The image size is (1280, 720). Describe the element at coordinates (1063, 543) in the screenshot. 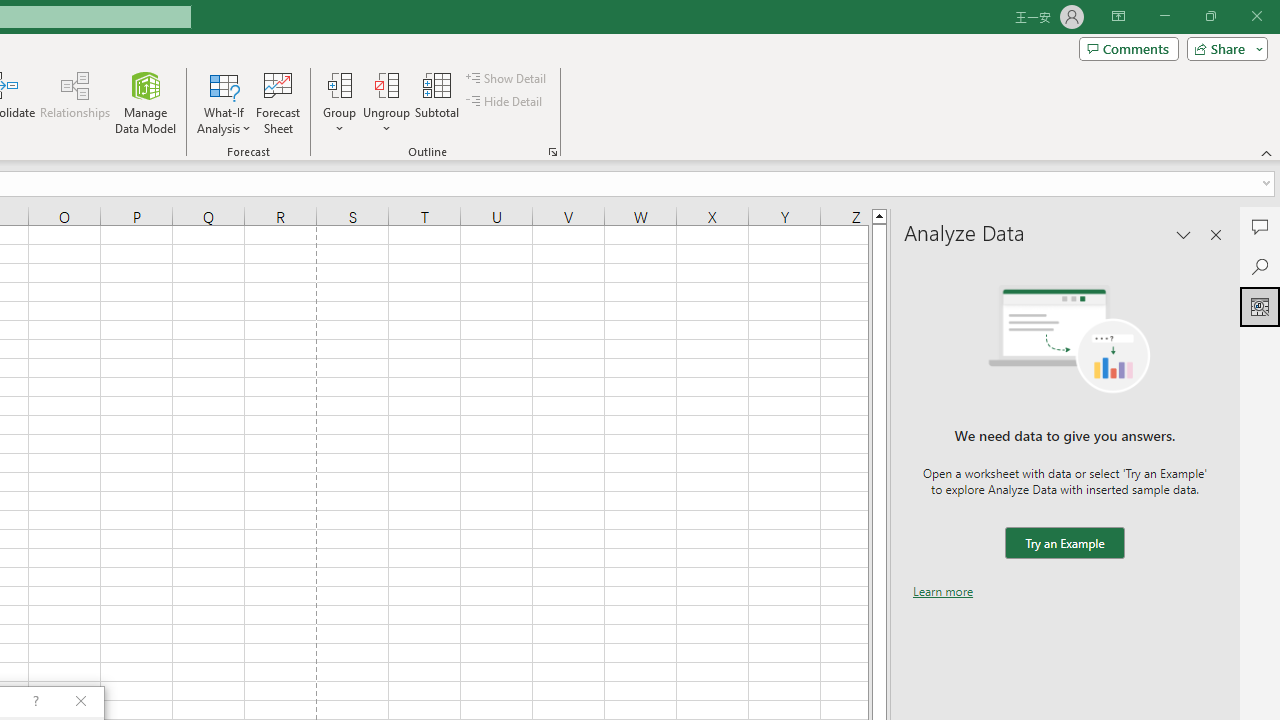

I see `'We need data to give you answers. Try an Example'` at that location.